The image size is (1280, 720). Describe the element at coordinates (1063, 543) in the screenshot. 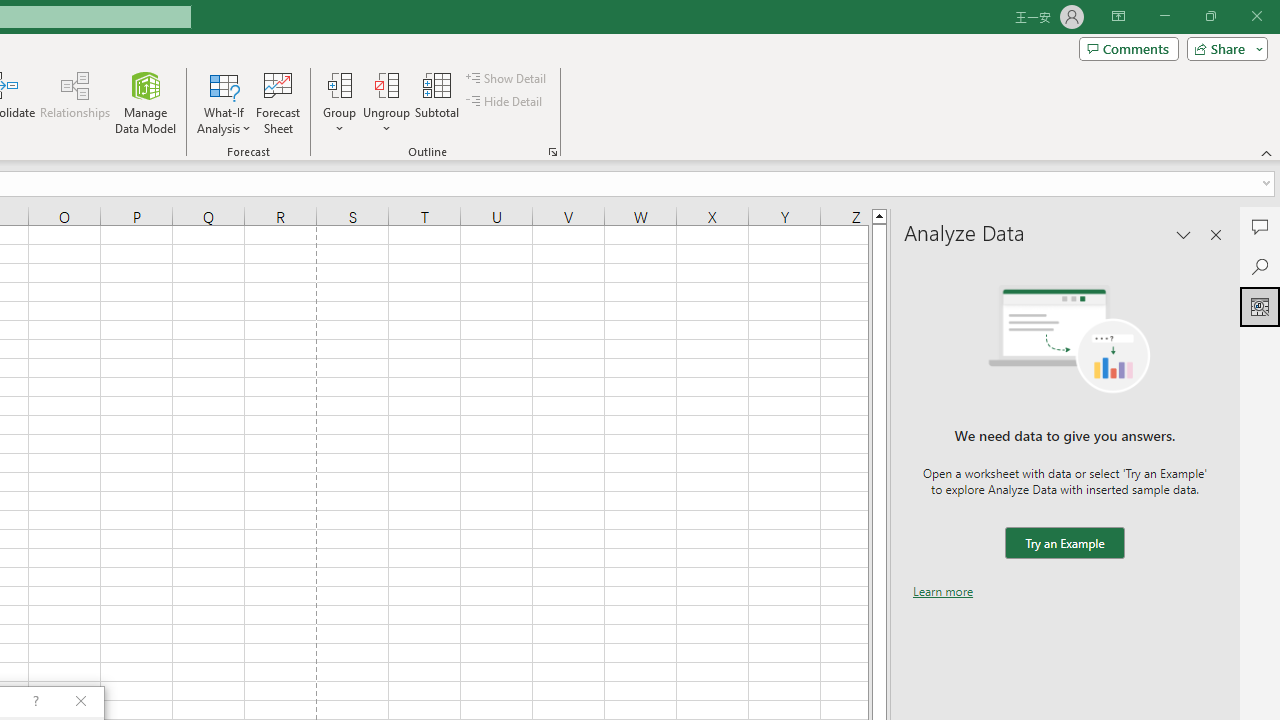

I see `'We need data to give you answers. Try an Example'` at that location.